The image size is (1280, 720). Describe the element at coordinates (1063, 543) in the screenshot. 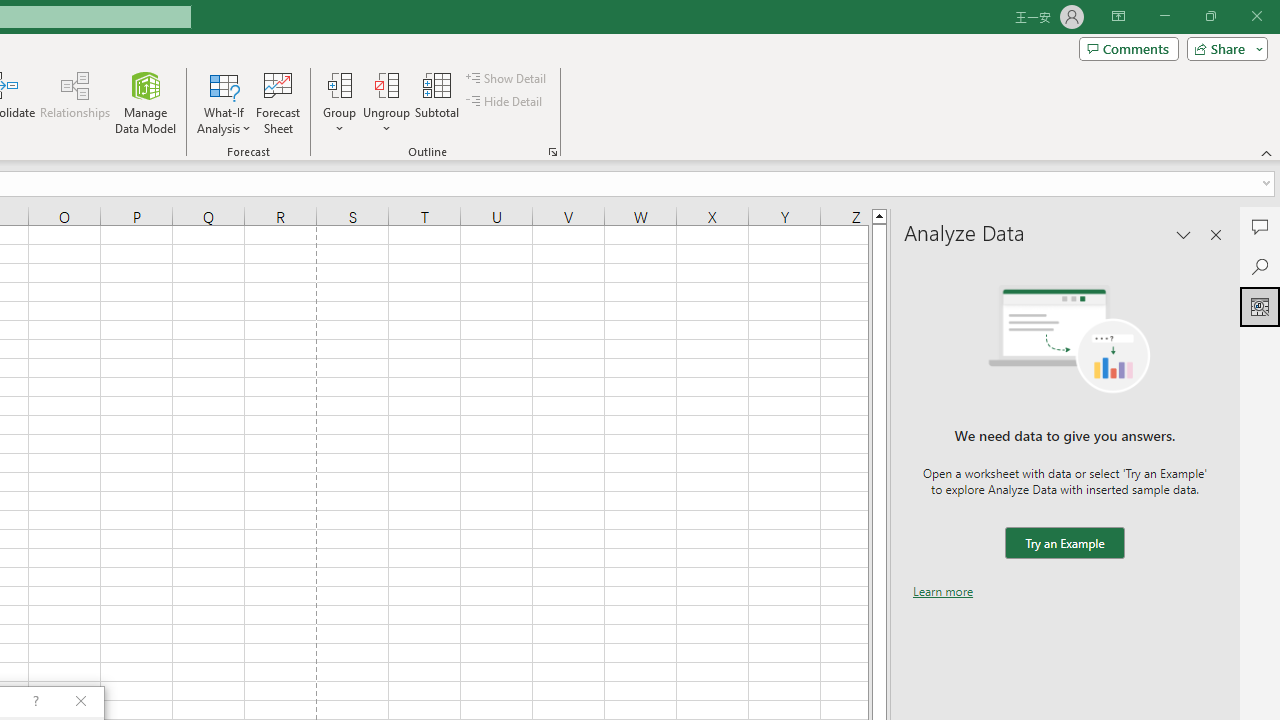

I see `'We need data to give you answers. Try an Example'` at that location.